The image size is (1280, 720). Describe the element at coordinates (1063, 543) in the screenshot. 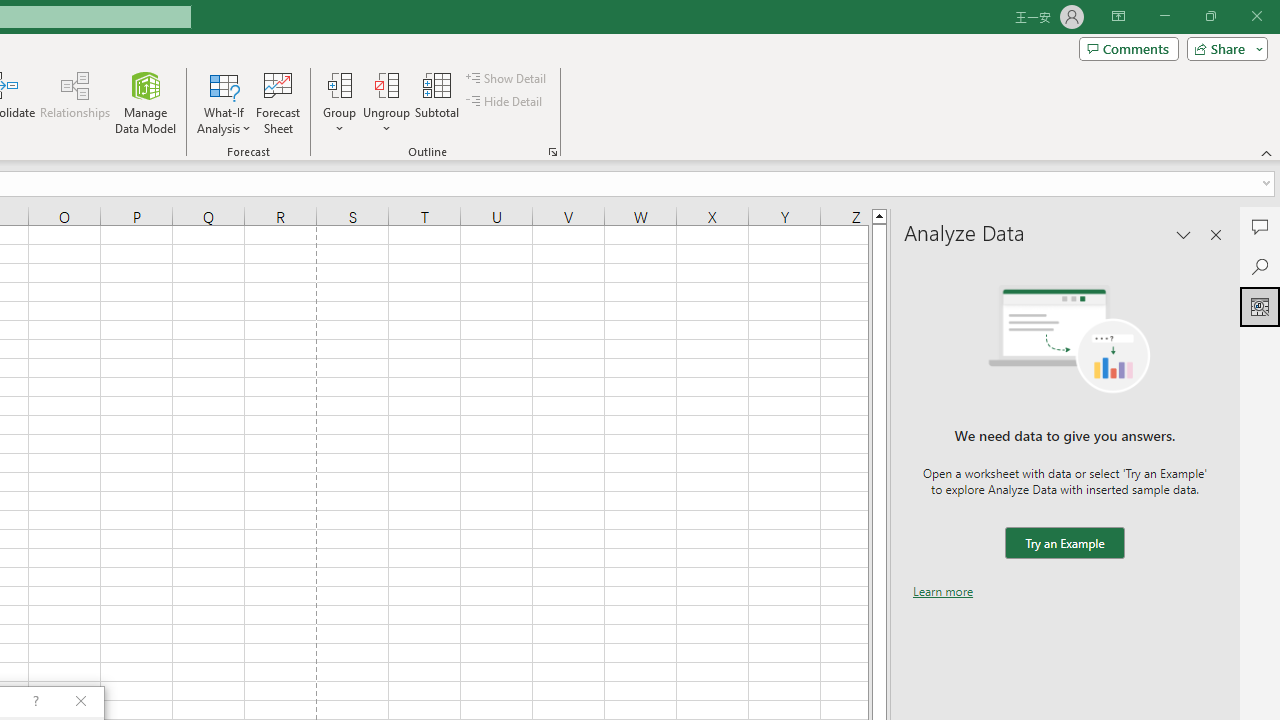

I see `'We need data to give you answers. Try an Example'` at that location.